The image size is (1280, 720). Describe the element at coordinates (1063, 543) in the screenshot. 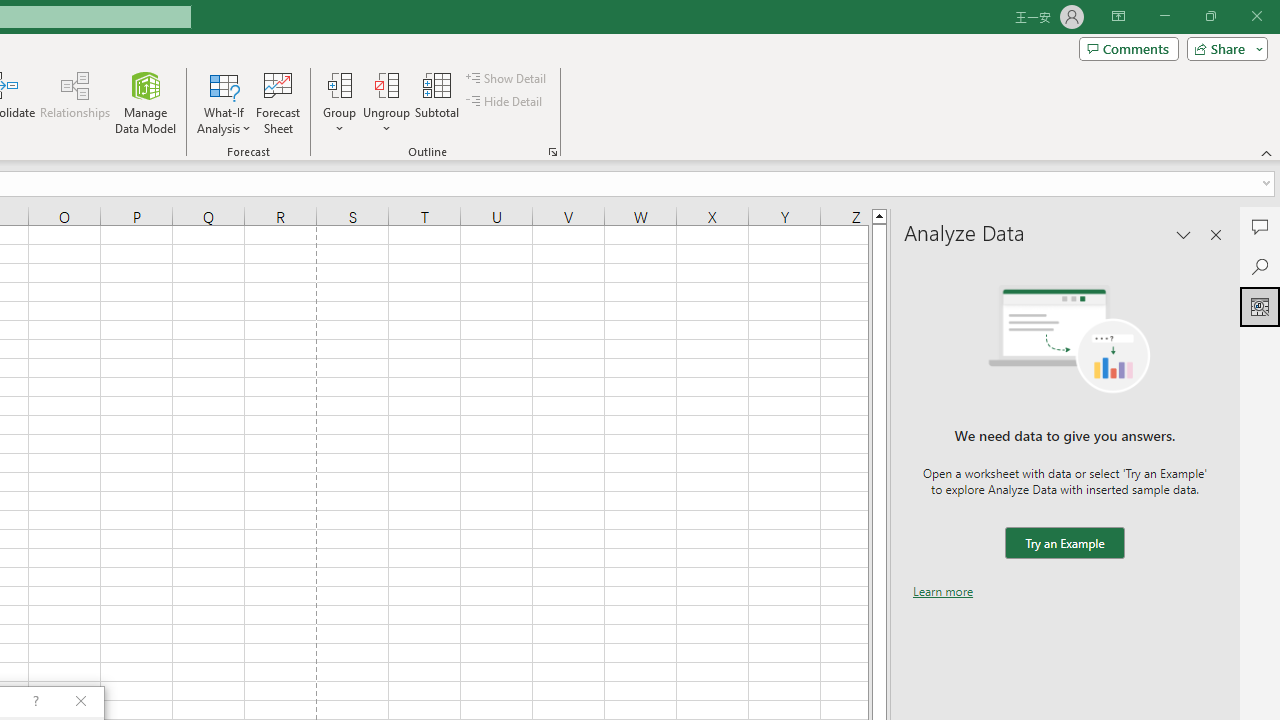

I see `'We need data to give you answers. Try an Example'` at that location.